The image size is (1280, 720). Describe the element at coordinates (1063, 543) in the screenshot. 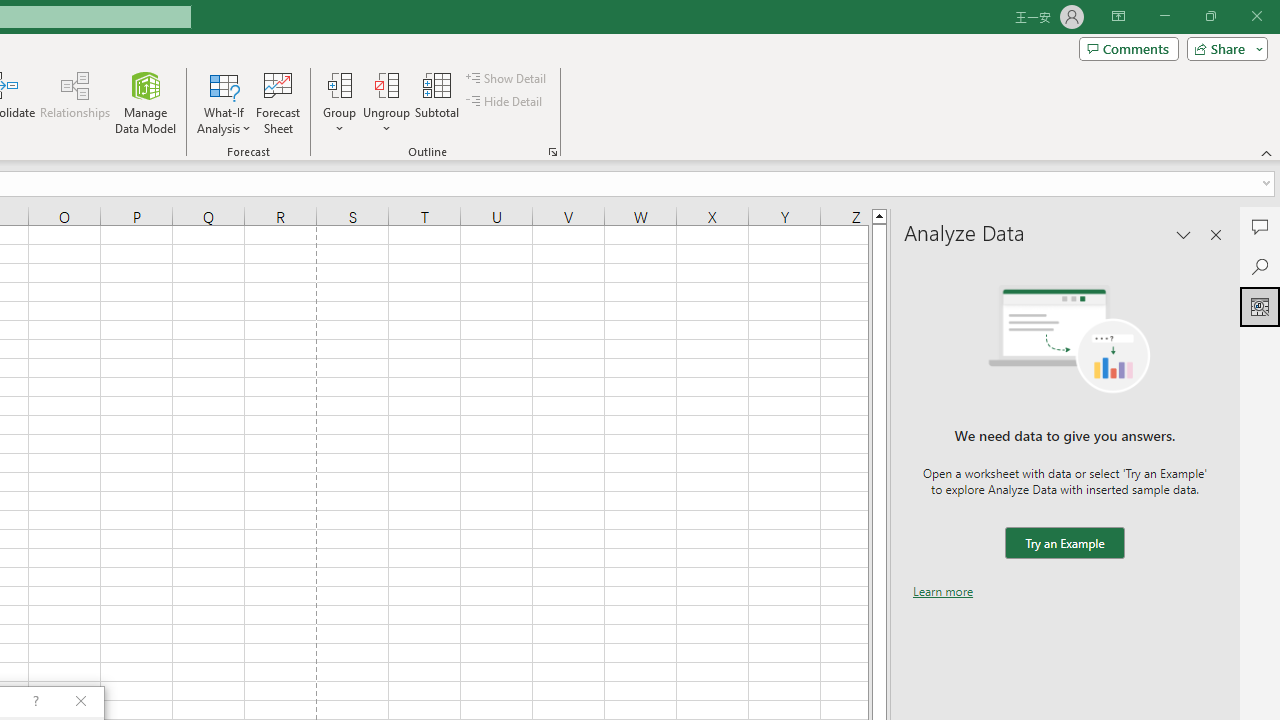

I see `'We need data to give you answers. Try an Example'` at that location.